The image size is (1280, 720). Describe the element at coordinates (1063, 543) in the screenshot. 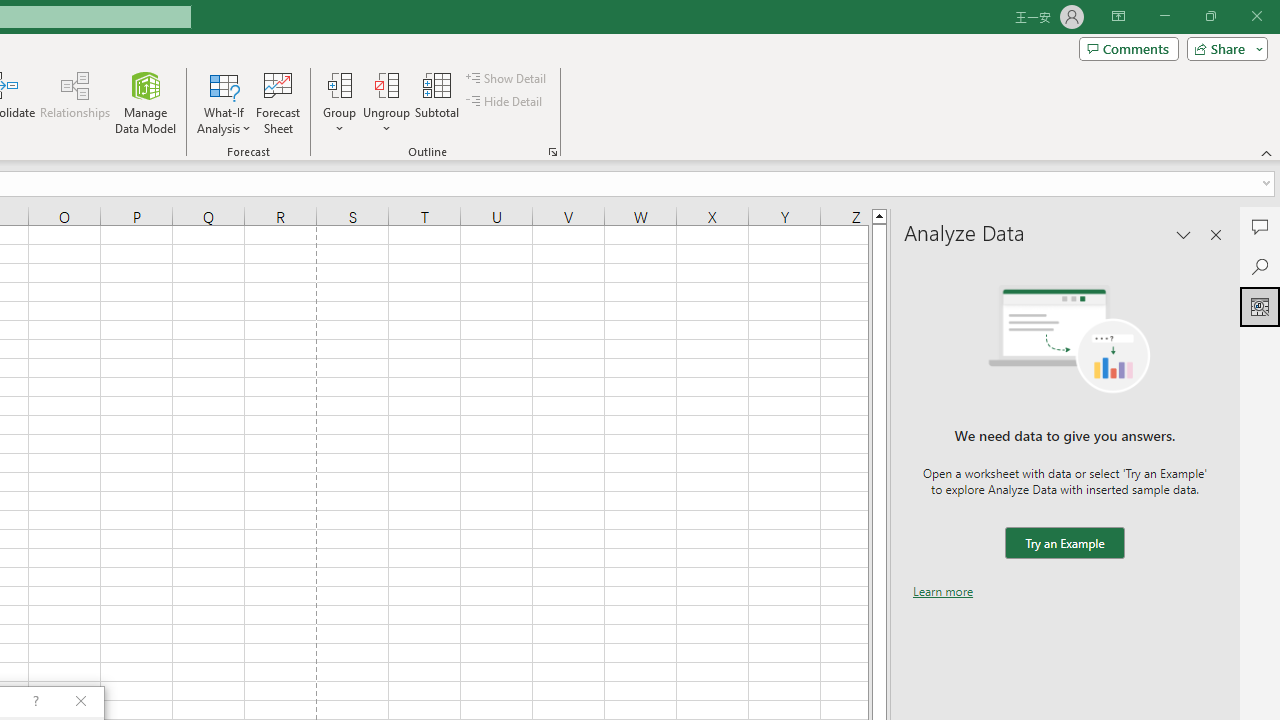

I see `'We need data to give you answers. Try an Example'` at that location.